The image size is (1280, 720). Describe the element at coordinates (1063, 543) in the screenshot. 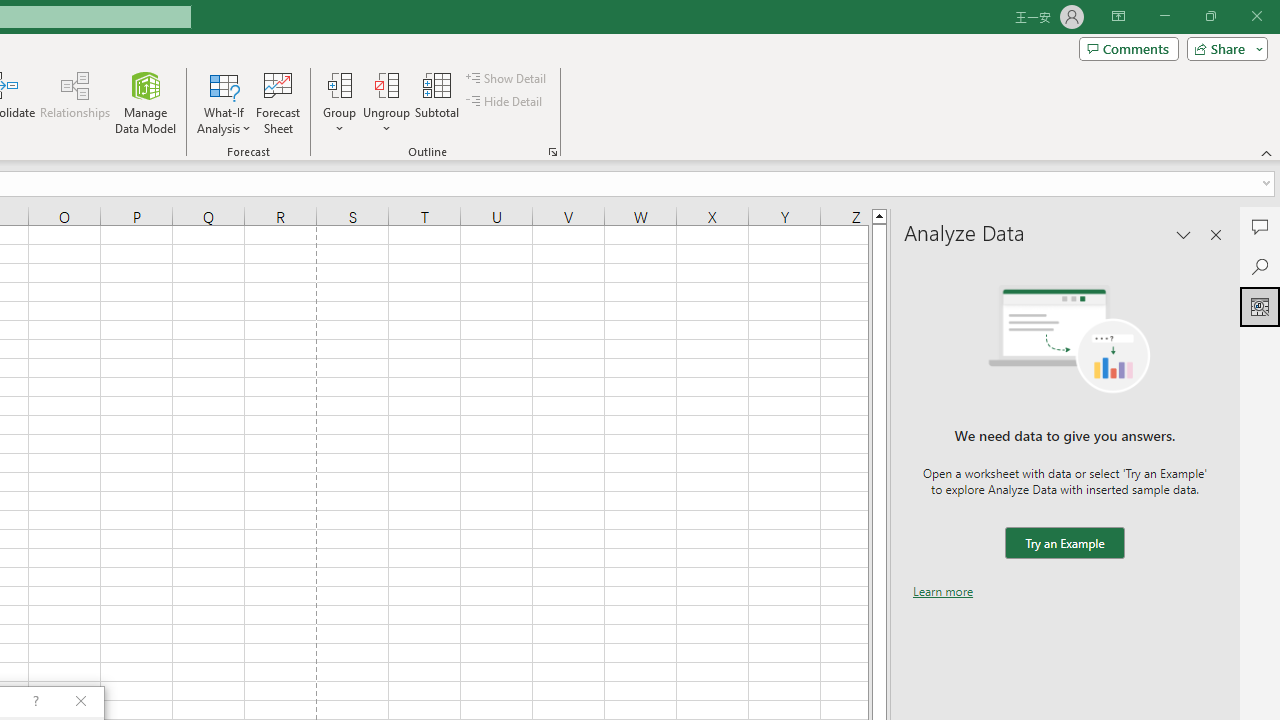

I see `'We need data to give you answers. Try an Example'` at that location.